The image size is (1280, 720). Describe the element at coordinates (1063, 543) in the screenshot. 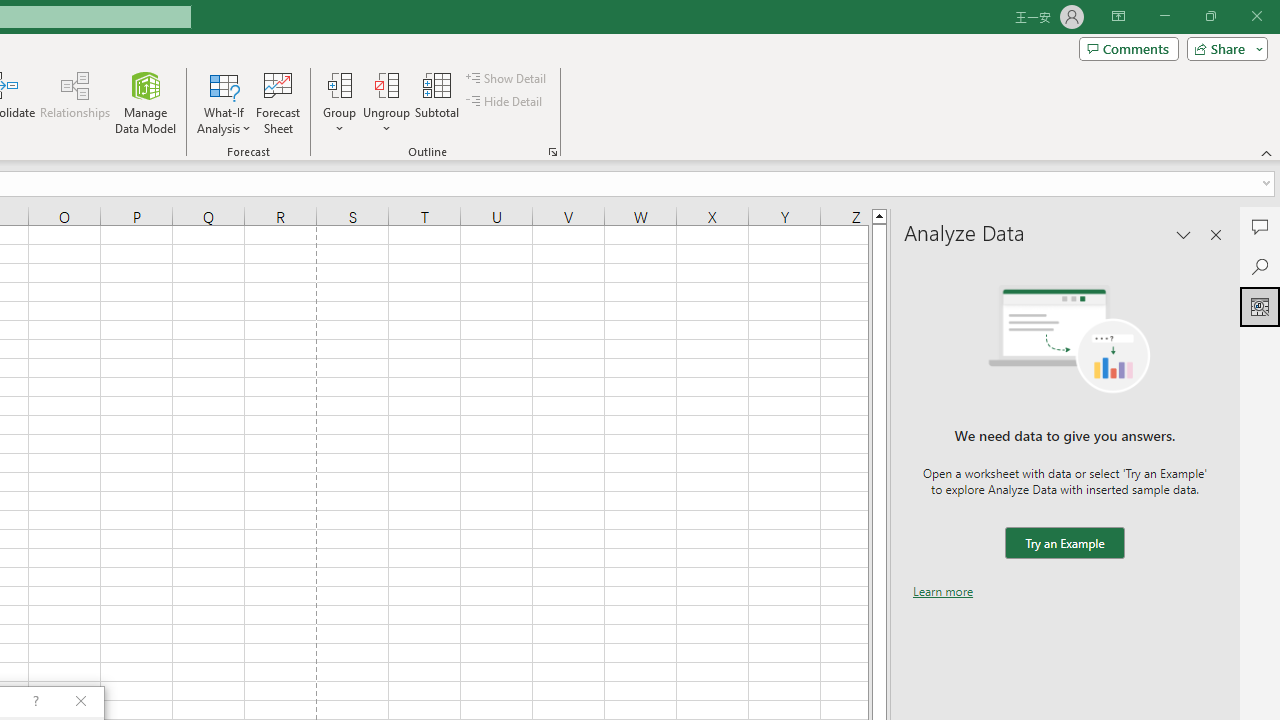

I see `'We need data to give you answers. Try an Example'` at that location.